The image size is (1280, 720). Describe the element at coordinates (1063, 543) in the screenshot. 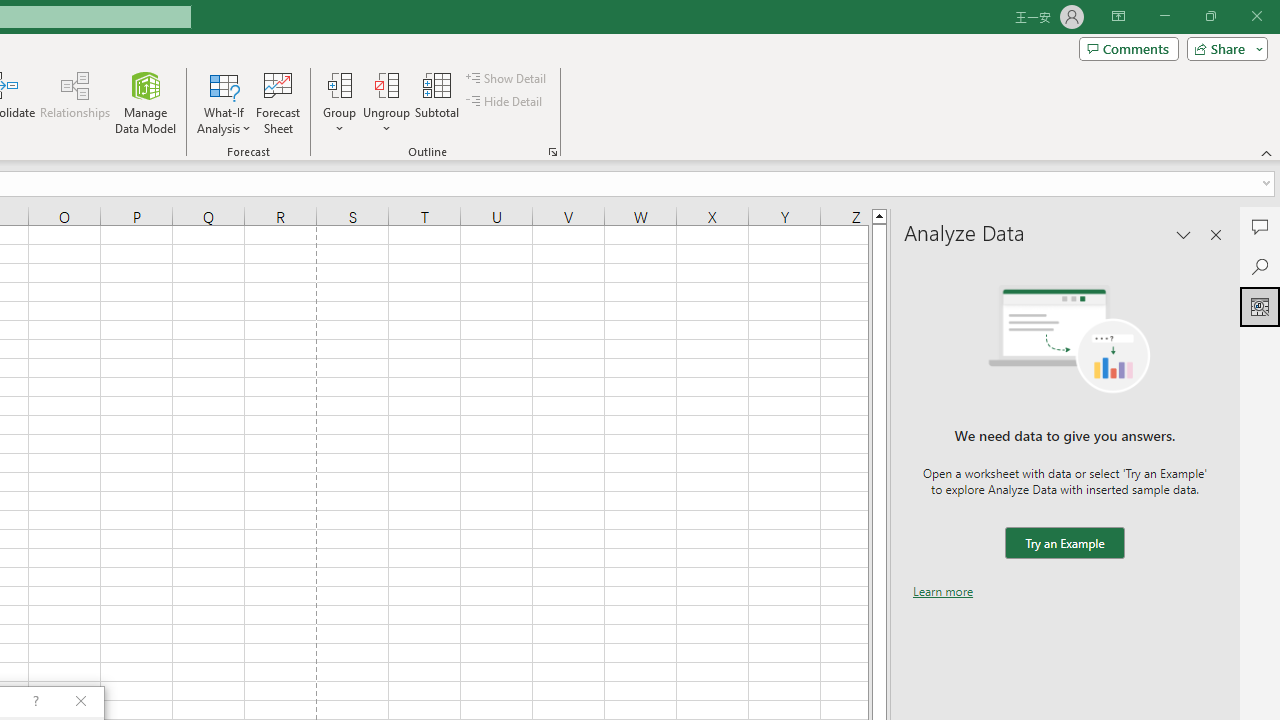

I see `'We need data to give you answers. Try an Example'` at that location.